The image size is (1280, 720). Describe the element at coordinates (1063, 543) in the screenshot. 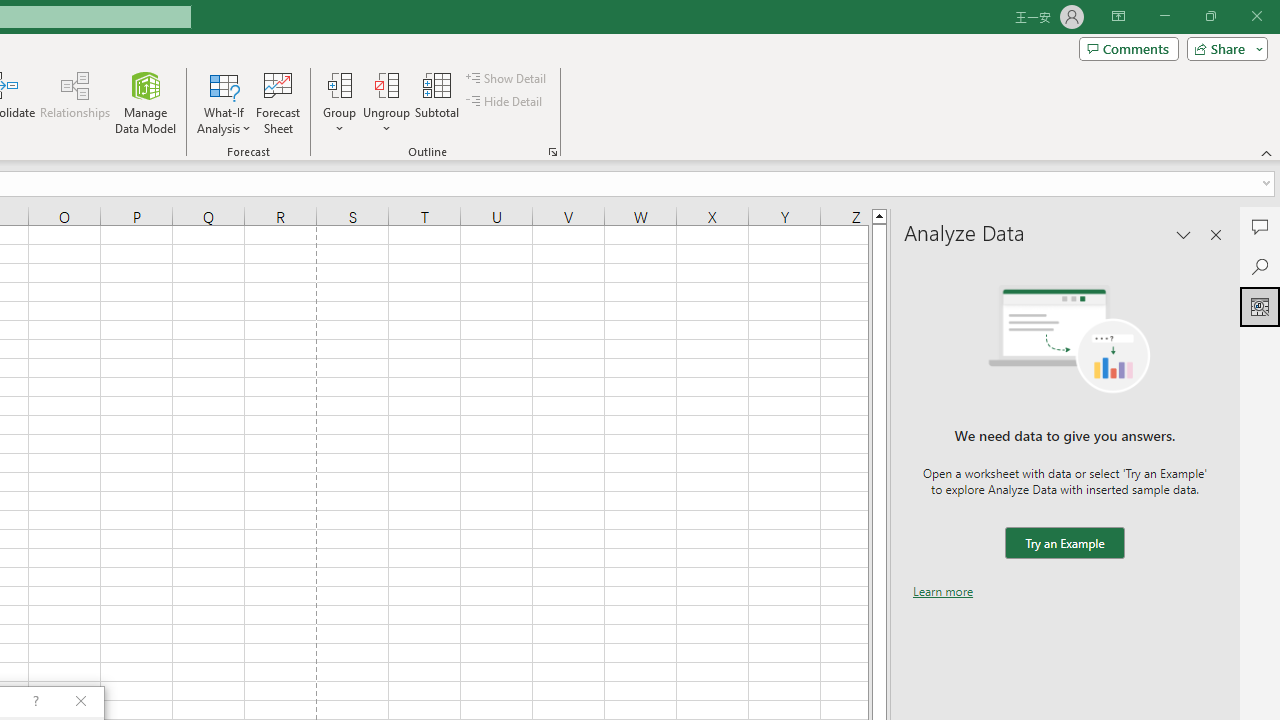

I see `'We need data to give you answers. Try an Example'` at that location.